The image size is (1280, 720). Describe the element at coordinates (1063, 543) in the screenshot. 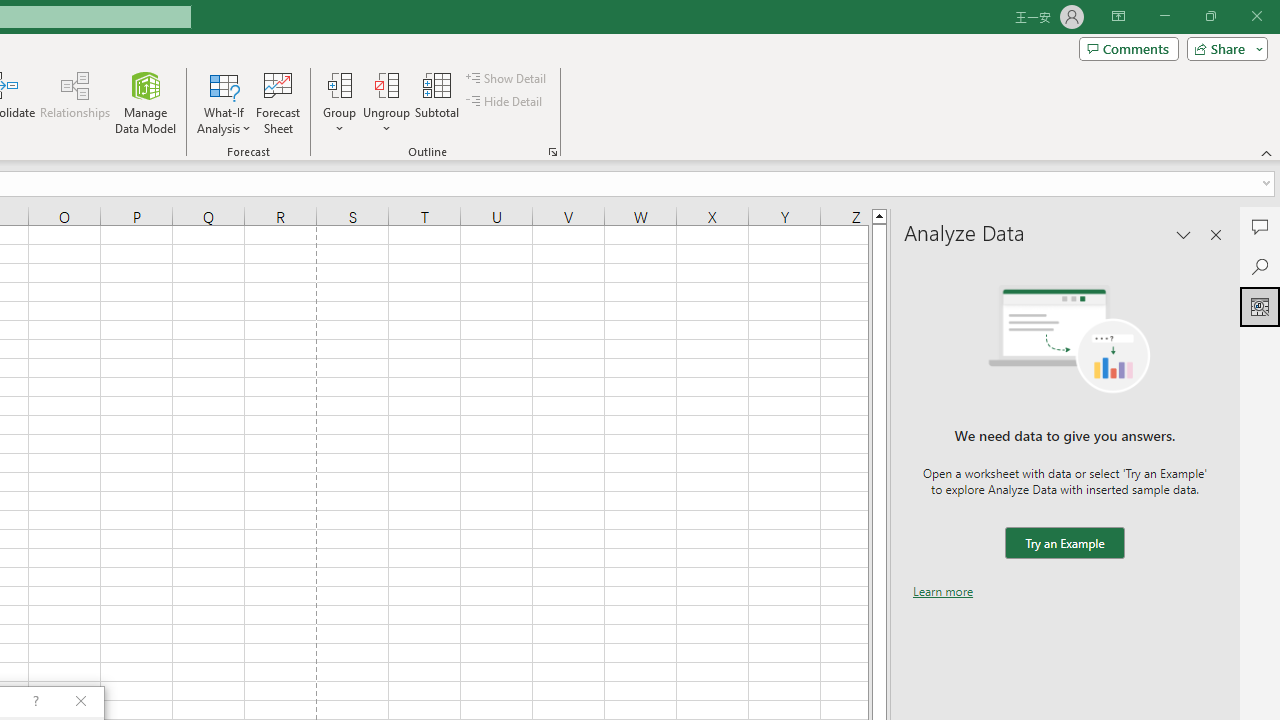

I see `'We need data to give you answers. Try an Example'` at that location.